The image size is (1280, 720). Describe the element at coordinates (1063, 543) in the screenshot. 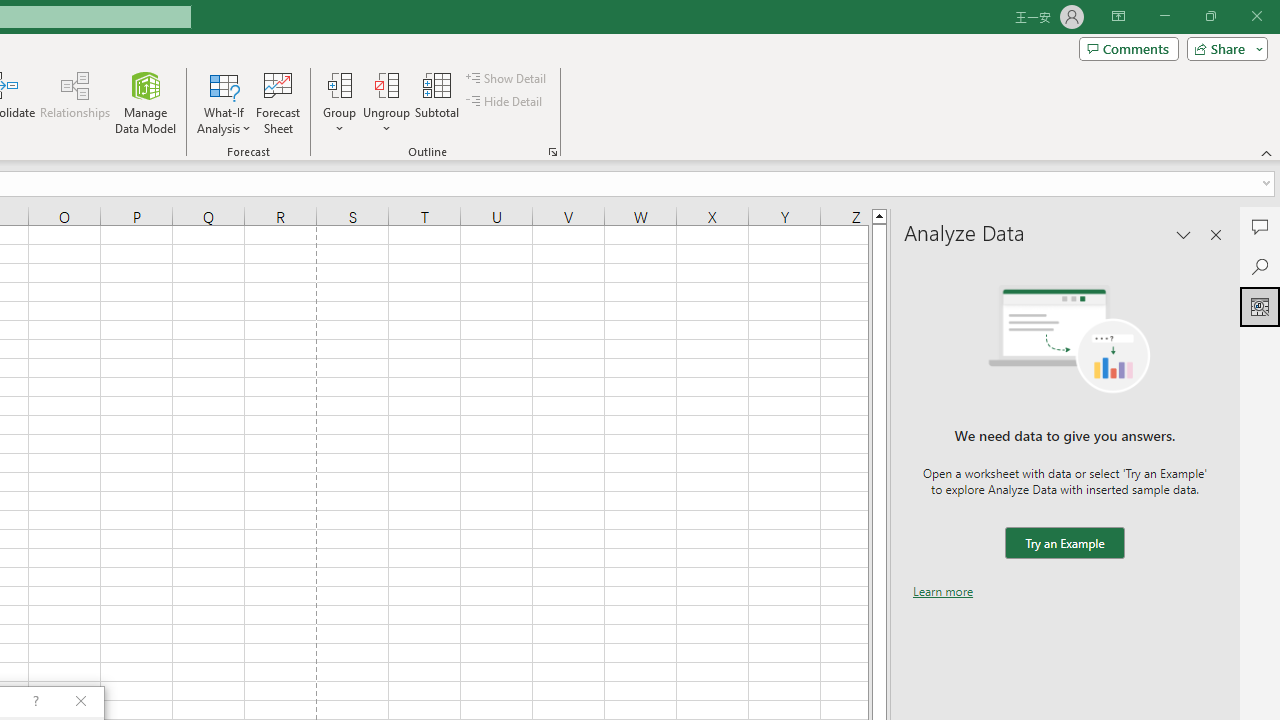

I see `'We need data to give you answers. Try an Example'` at that location.